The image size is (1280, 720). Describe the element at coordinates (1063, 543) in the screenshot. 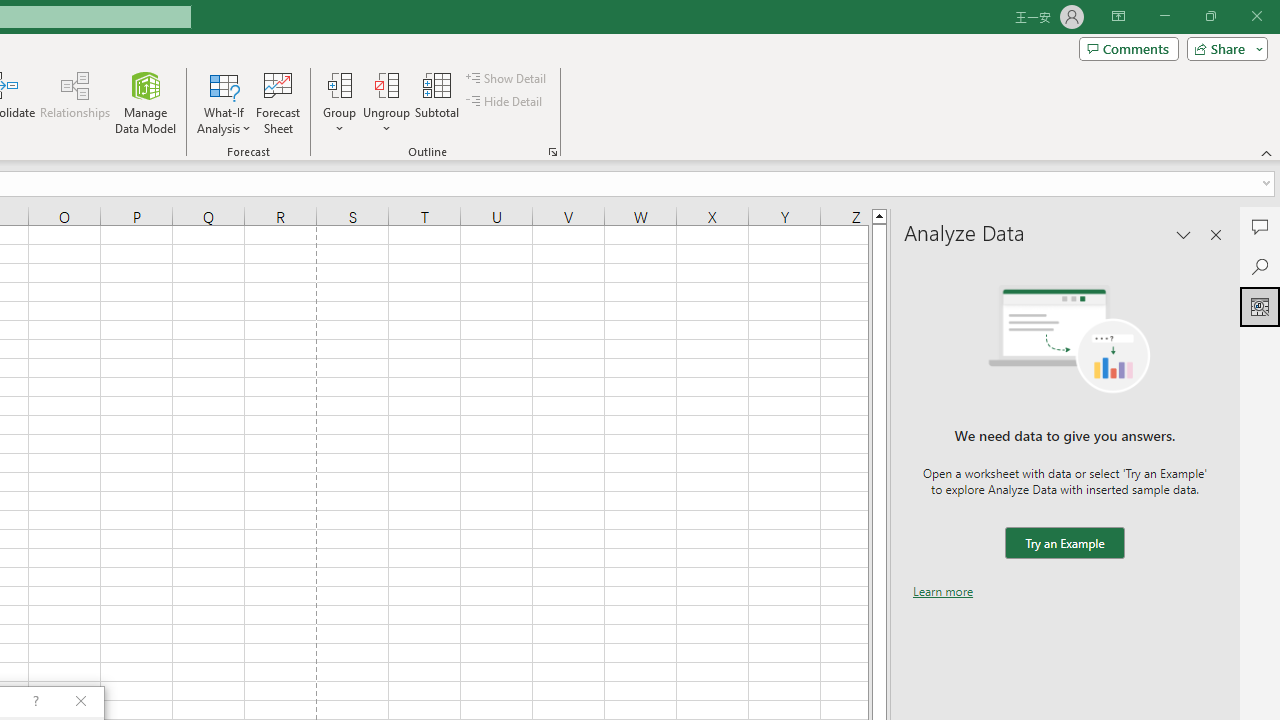

I see `'We need data to give you answers. Try an Example'` at that location.